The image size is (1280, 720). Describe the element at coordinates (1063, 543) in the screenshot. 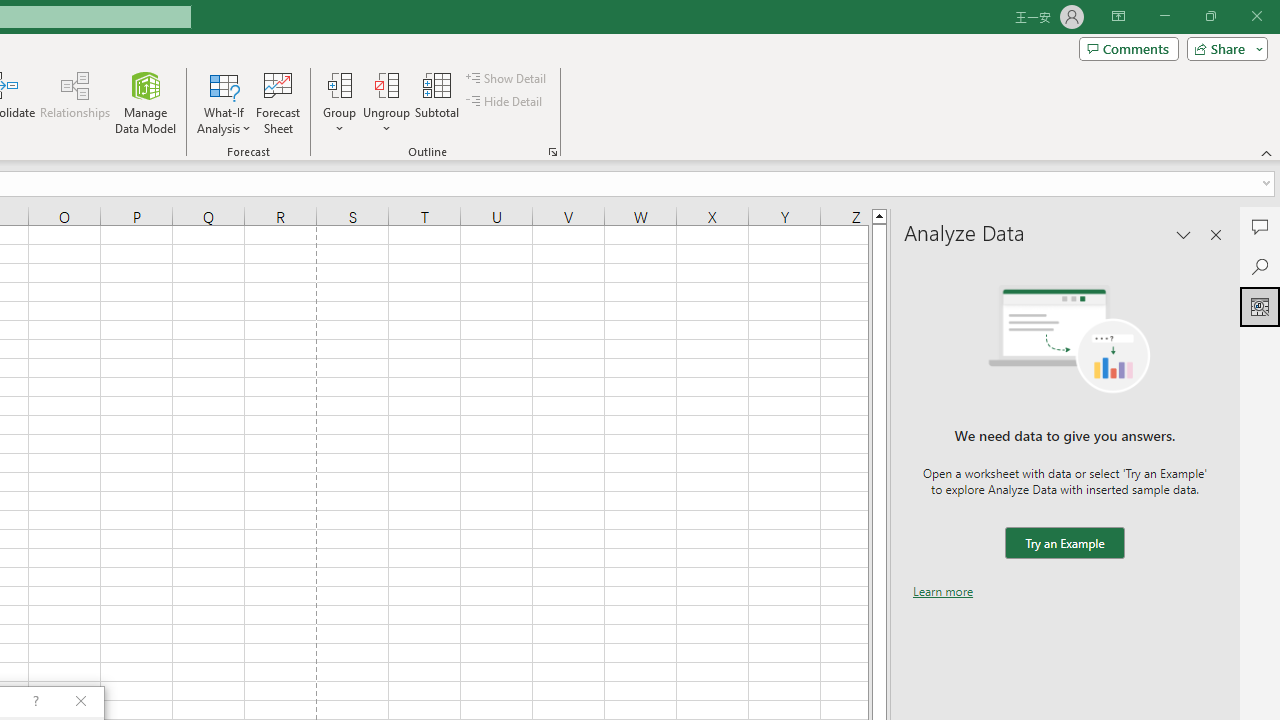

I see `'We need data to give you answers. Try an Example'` at that location.